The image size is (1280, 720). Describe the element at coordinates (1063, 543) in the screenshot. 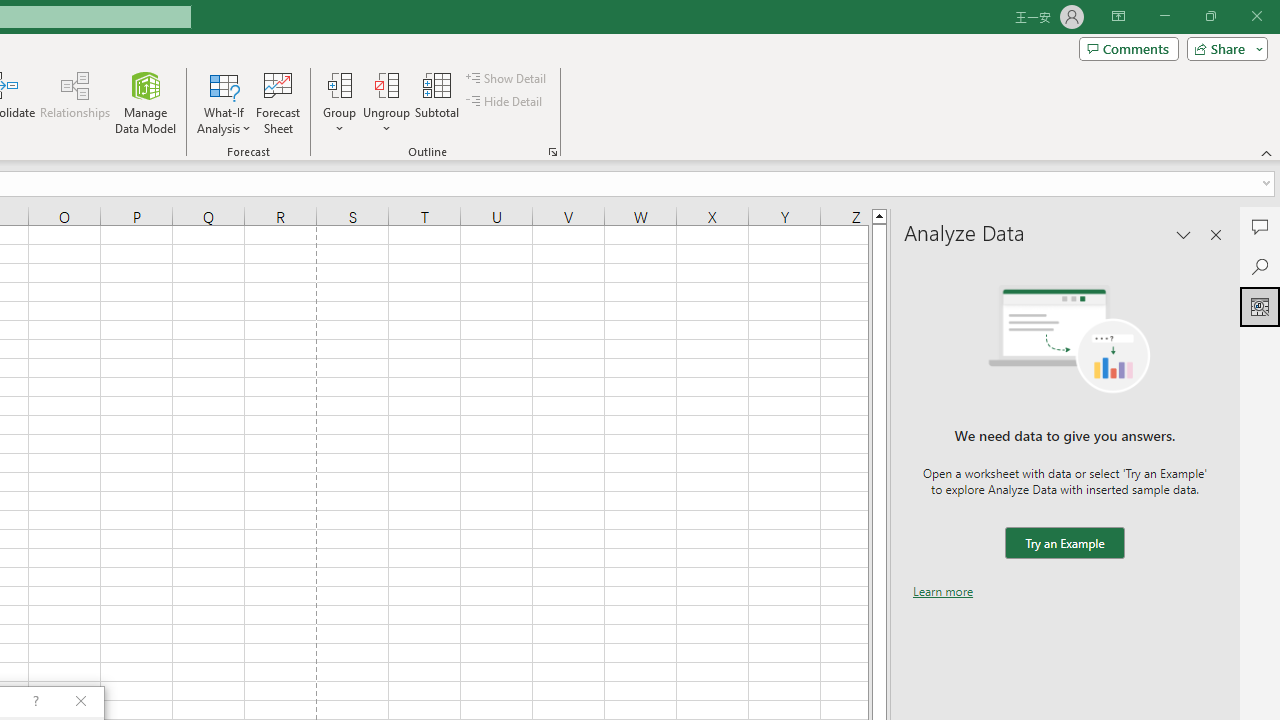

I see `'We need data to give you answers. Try an Example'` at that location.